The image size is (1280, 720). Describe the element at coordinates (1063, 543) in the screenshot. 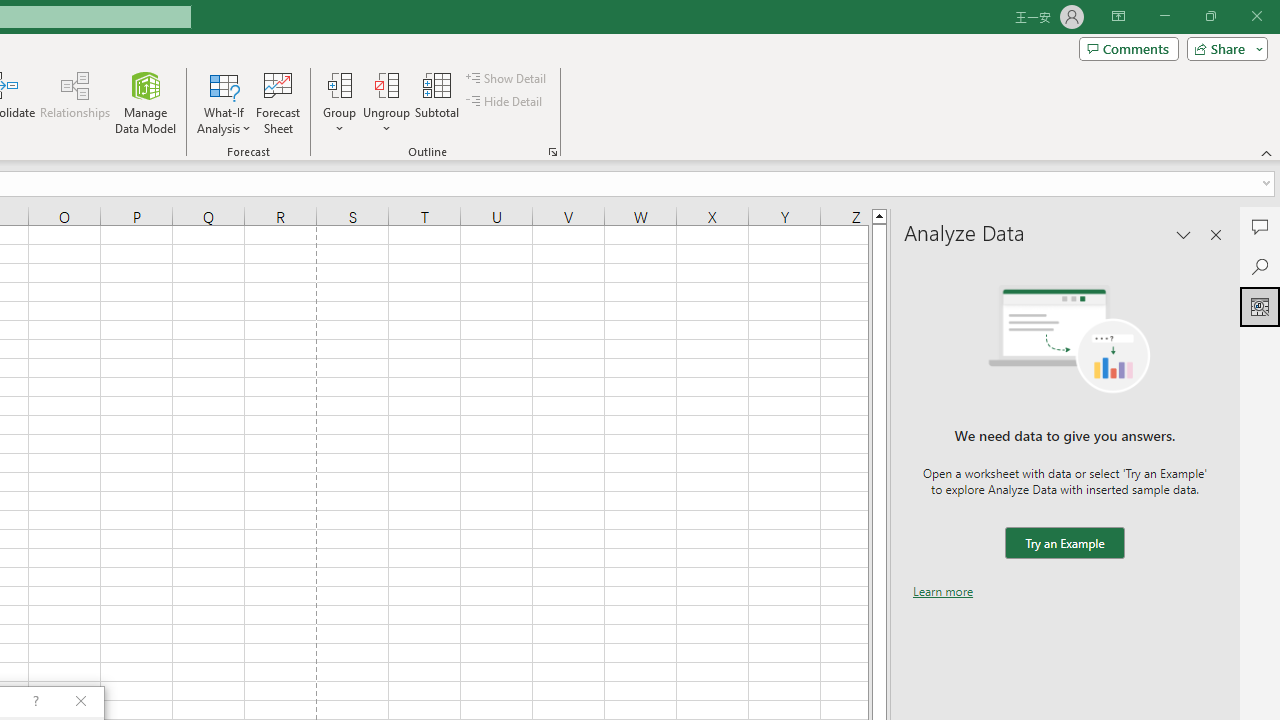

I see `'We need data to give you answers. Try an Example'` at that location.